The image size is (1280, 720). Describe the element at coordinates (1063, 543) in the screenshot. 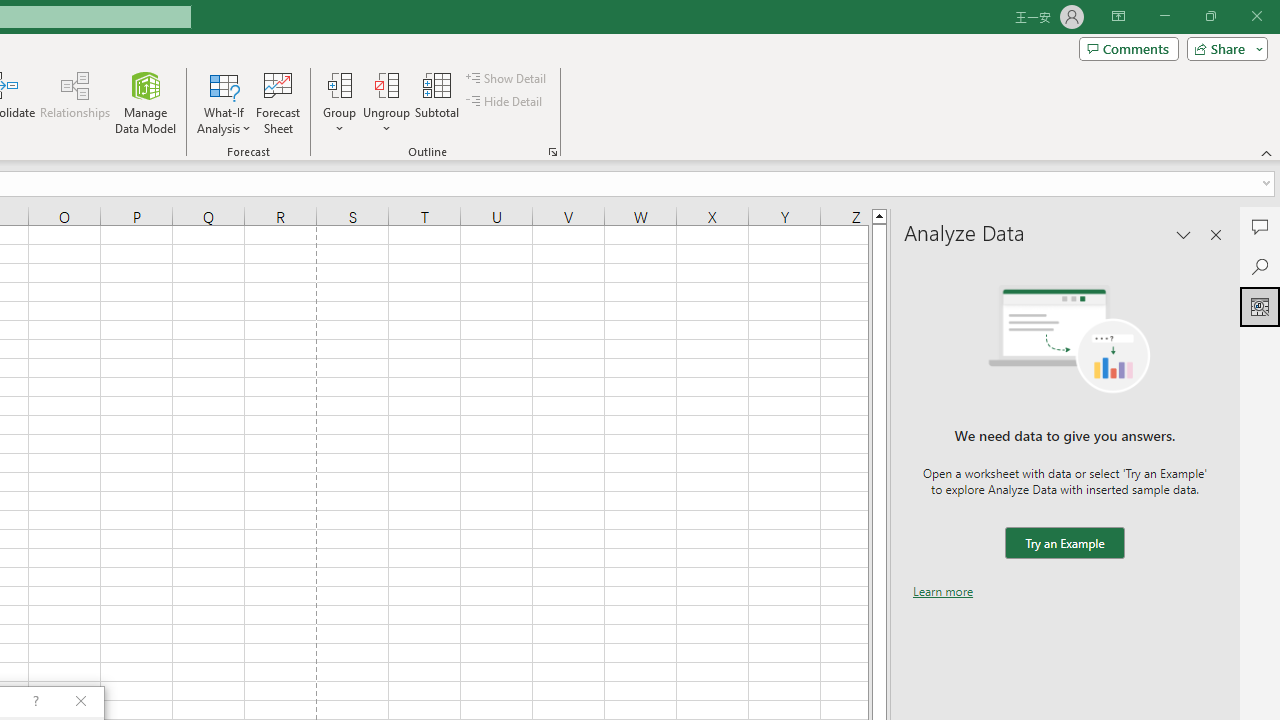

I see `'We need data to give you answers. Try an Example'` at that location.